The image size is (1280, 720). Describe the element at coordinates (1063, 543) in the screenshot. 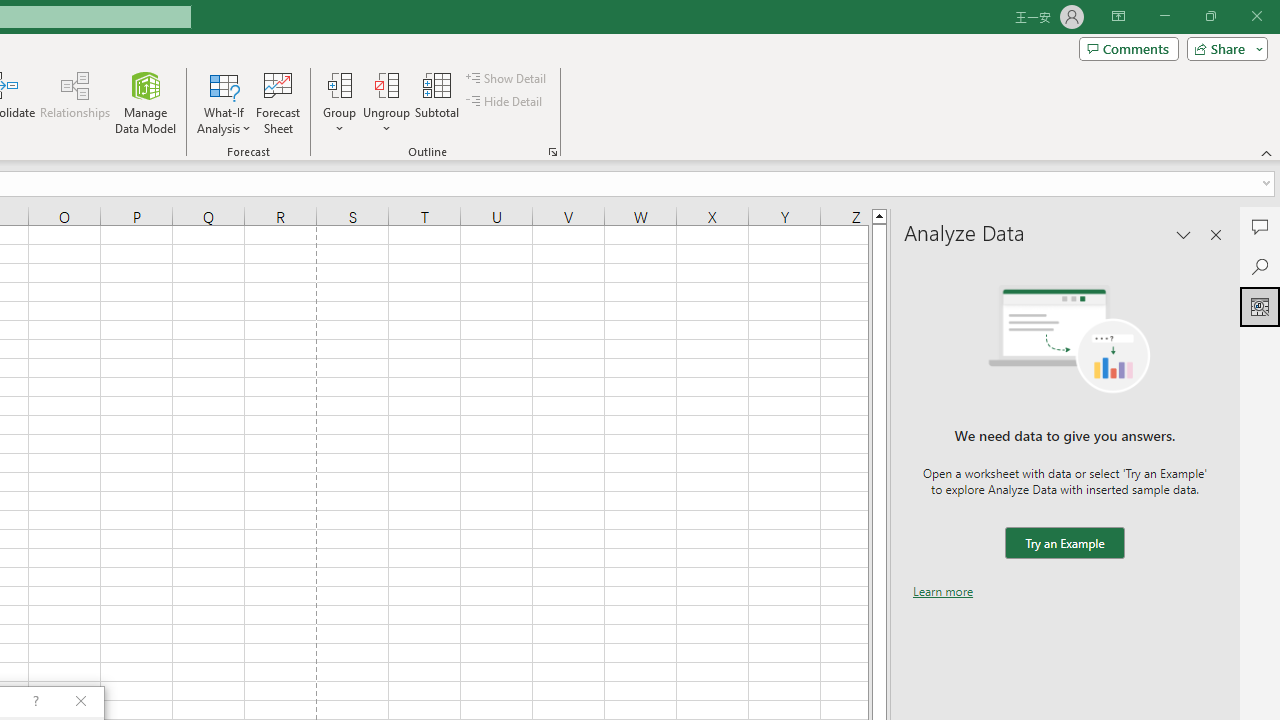

I see `'We need data to give you answers. Try an Example'` at that location.